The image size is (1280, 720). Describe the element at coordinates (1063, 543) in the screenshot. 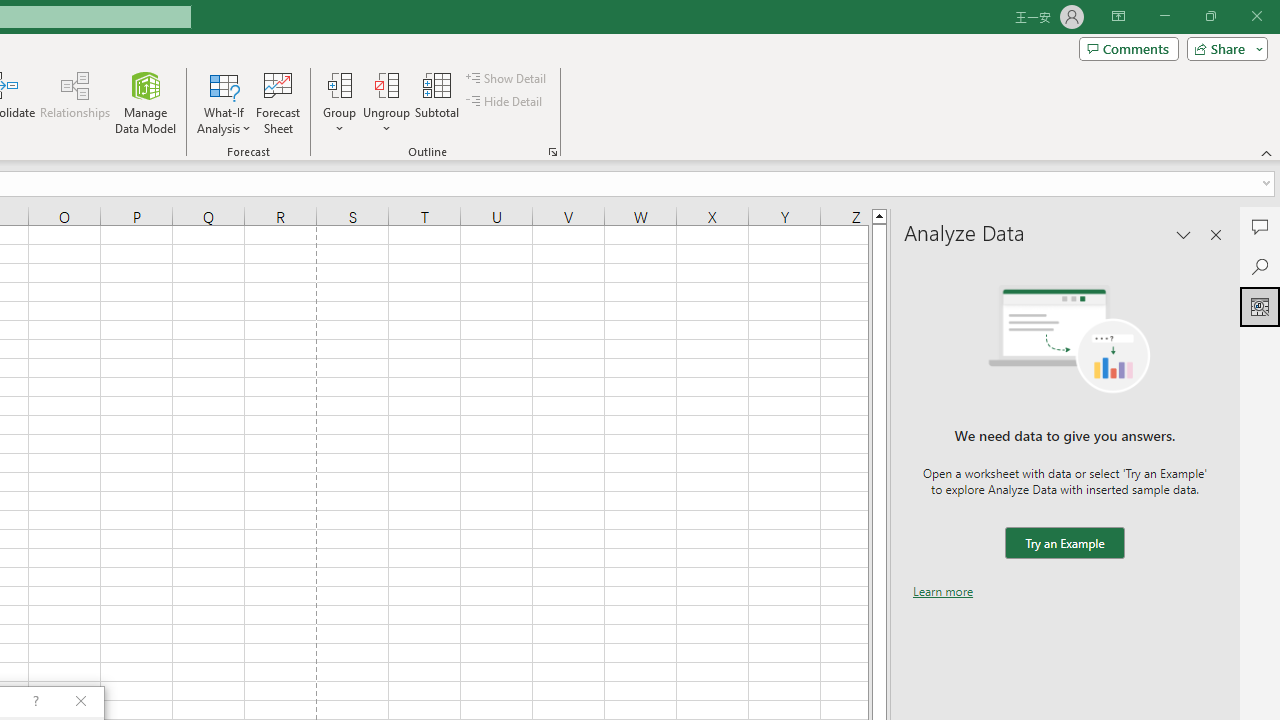

I see `'We need data to give you answers. Try an Example'` at that location.